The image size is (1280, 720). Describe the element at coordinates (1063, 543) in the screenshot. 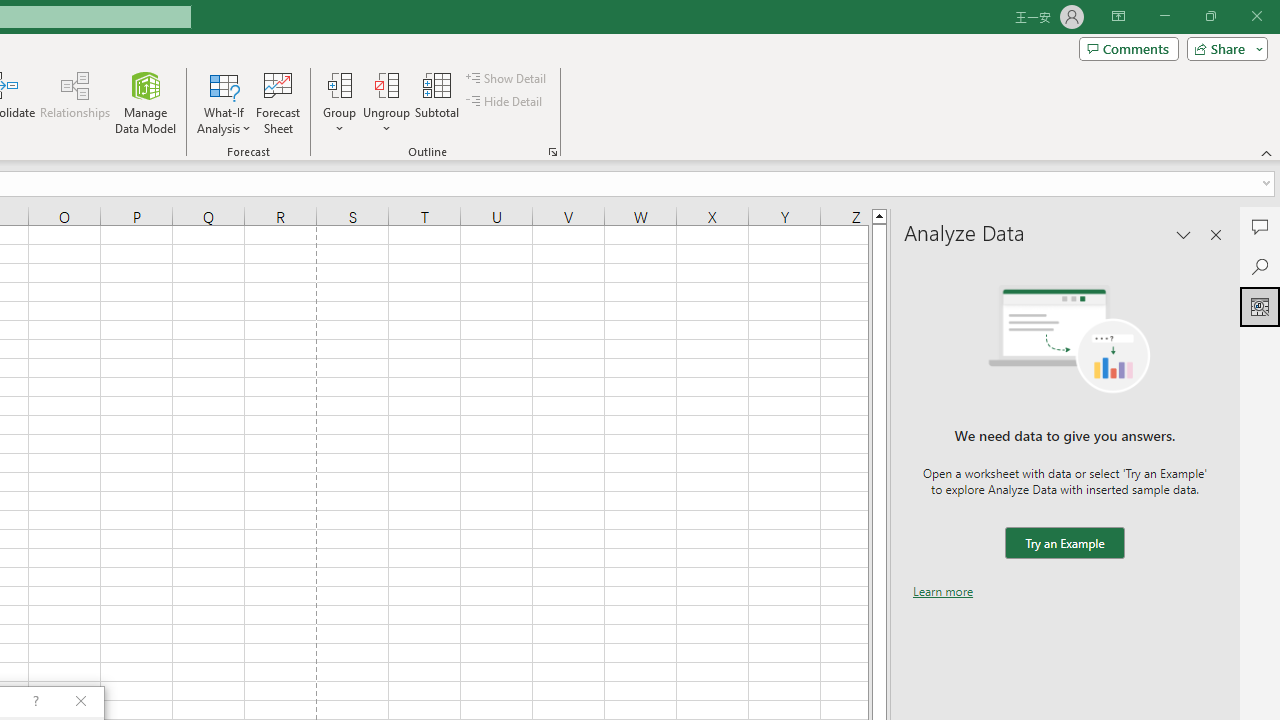

I see `'We need data to give you answers. Try an Example'` at that location.